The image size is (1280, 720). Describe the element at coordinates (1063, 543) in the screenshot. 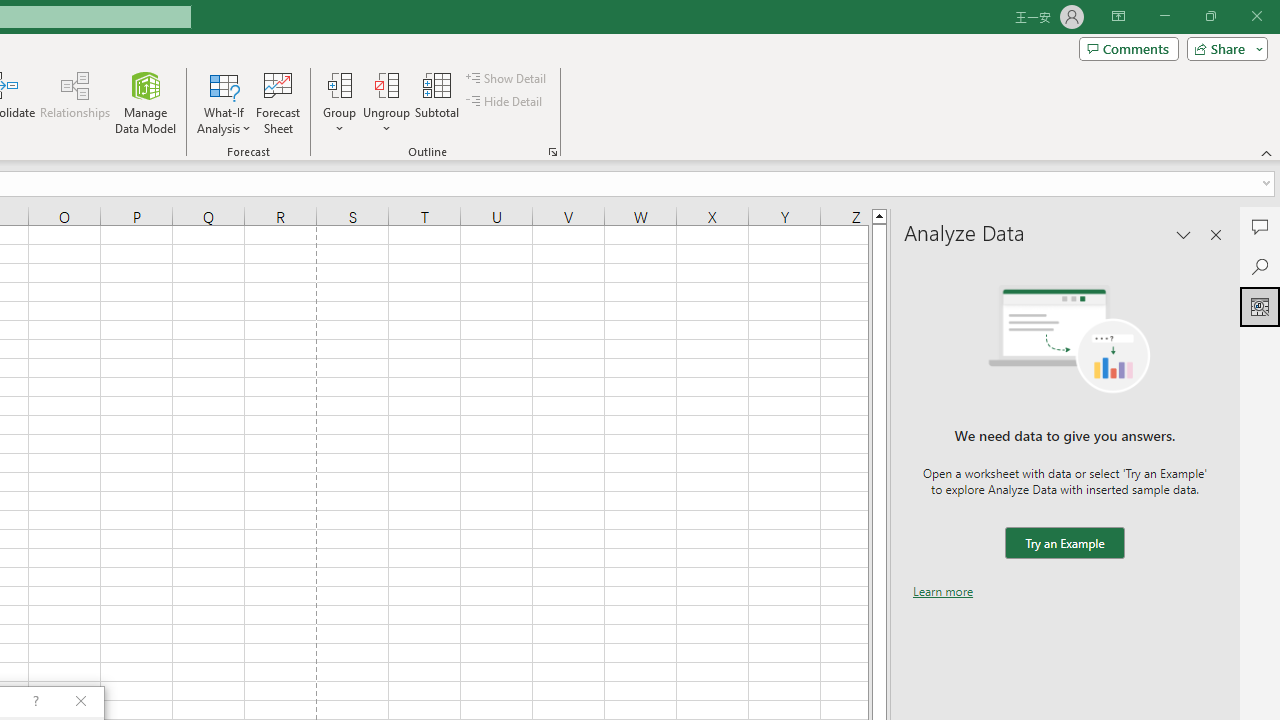

I see `'We need data to give you answers. Try an Example'` at that location.